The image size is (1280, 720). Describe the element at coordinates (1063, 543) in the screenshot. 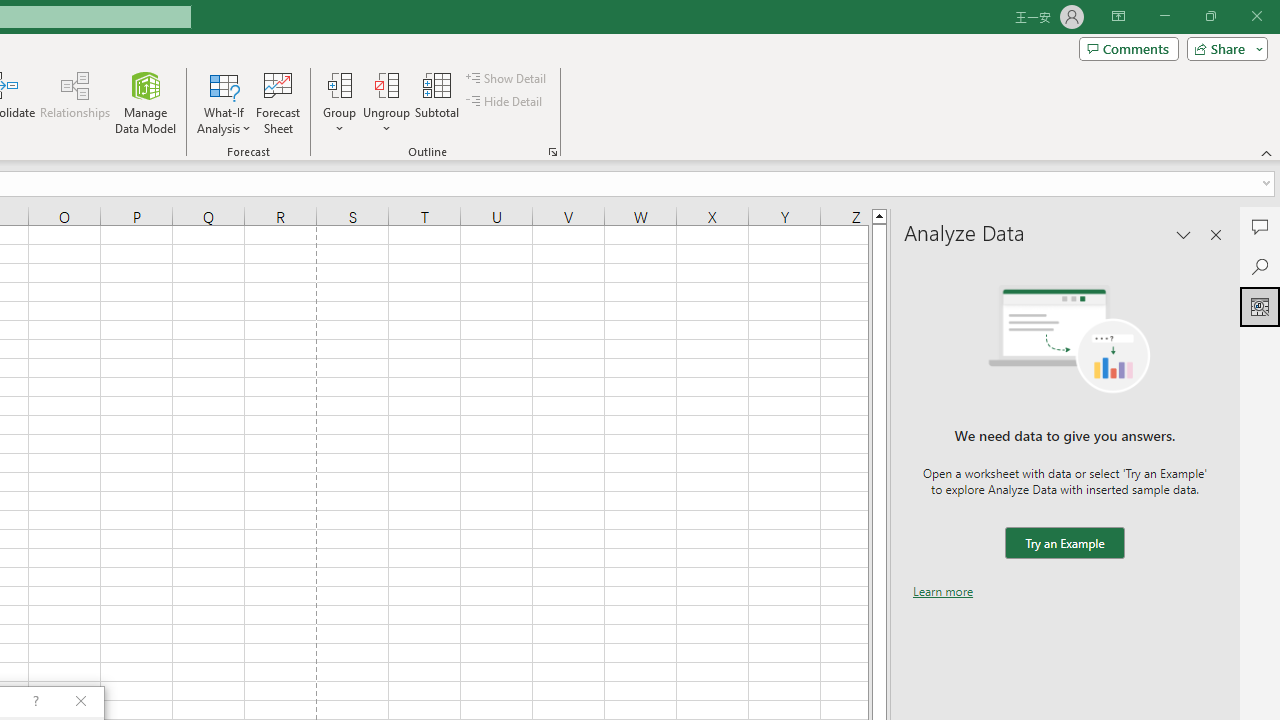

I see `'We need data to give you answers. Try an Example'` at that location.